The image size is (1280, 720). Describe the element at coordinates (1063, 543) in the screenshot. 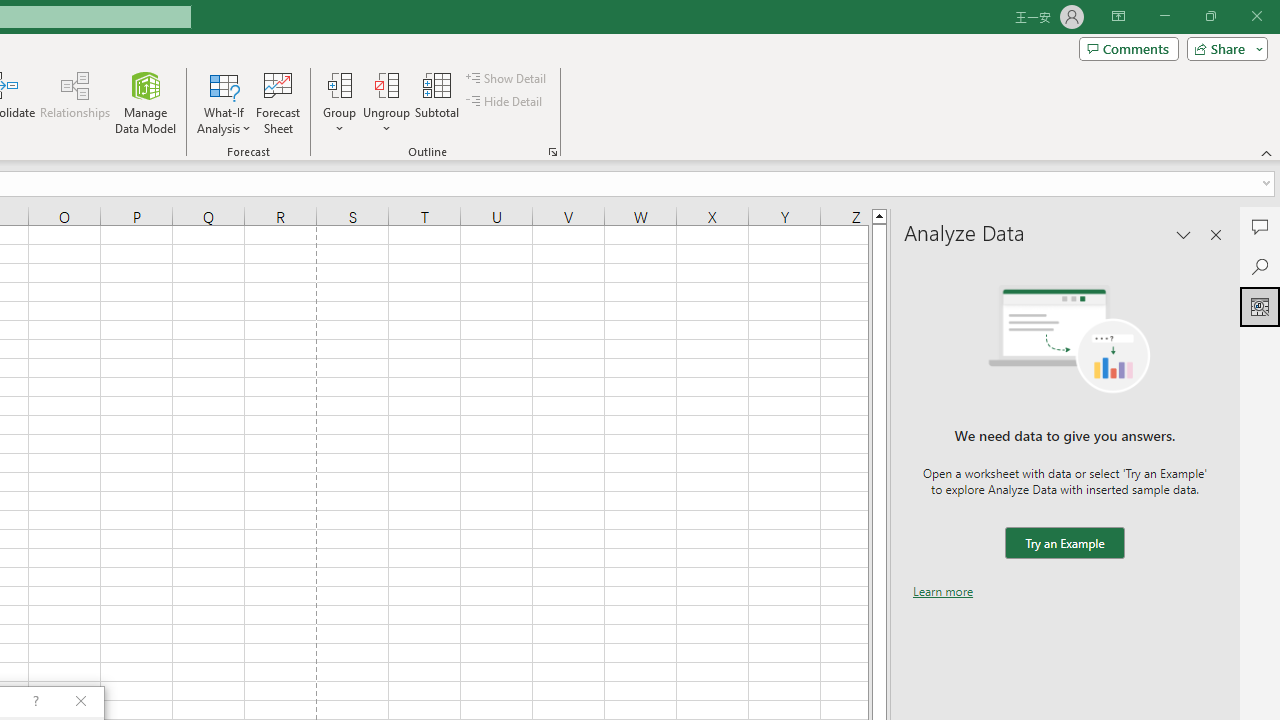

I see `'We need data to give you answers. Try an Example'` at that location.